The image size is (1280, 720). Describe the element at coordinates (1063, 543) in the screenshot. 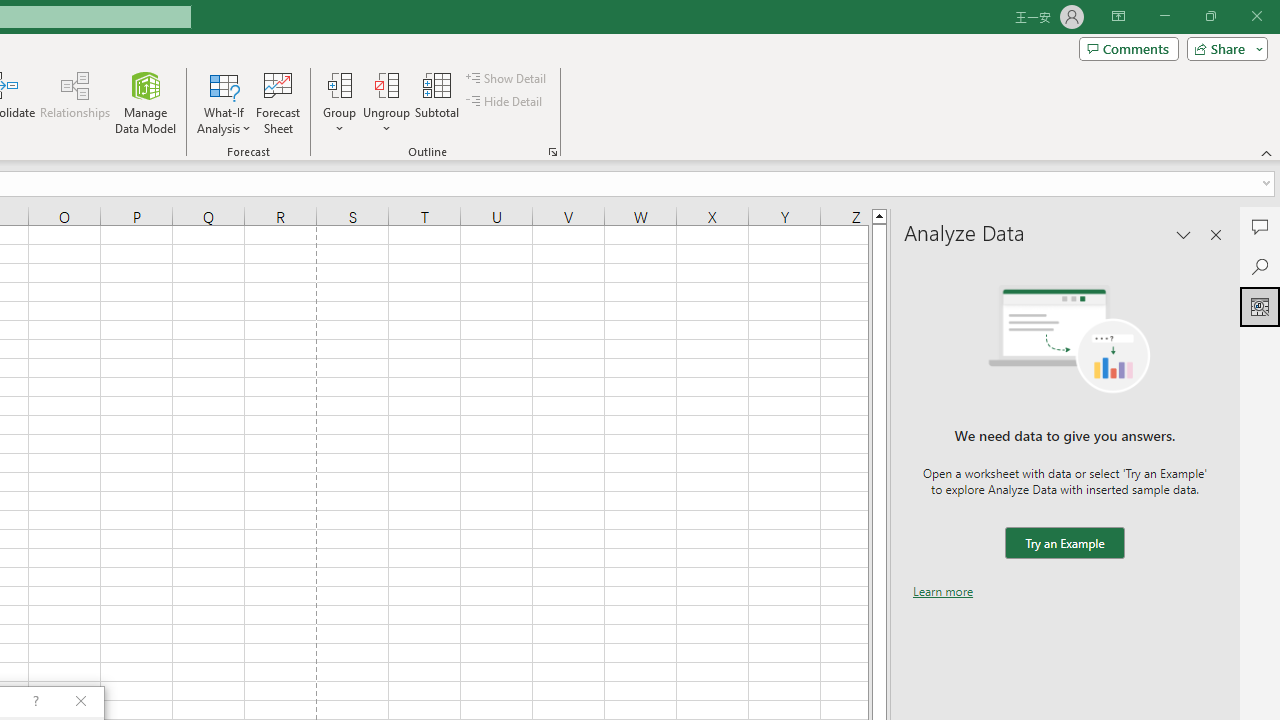

I see `'We need data to give you answers. Try an Example'` at that location.